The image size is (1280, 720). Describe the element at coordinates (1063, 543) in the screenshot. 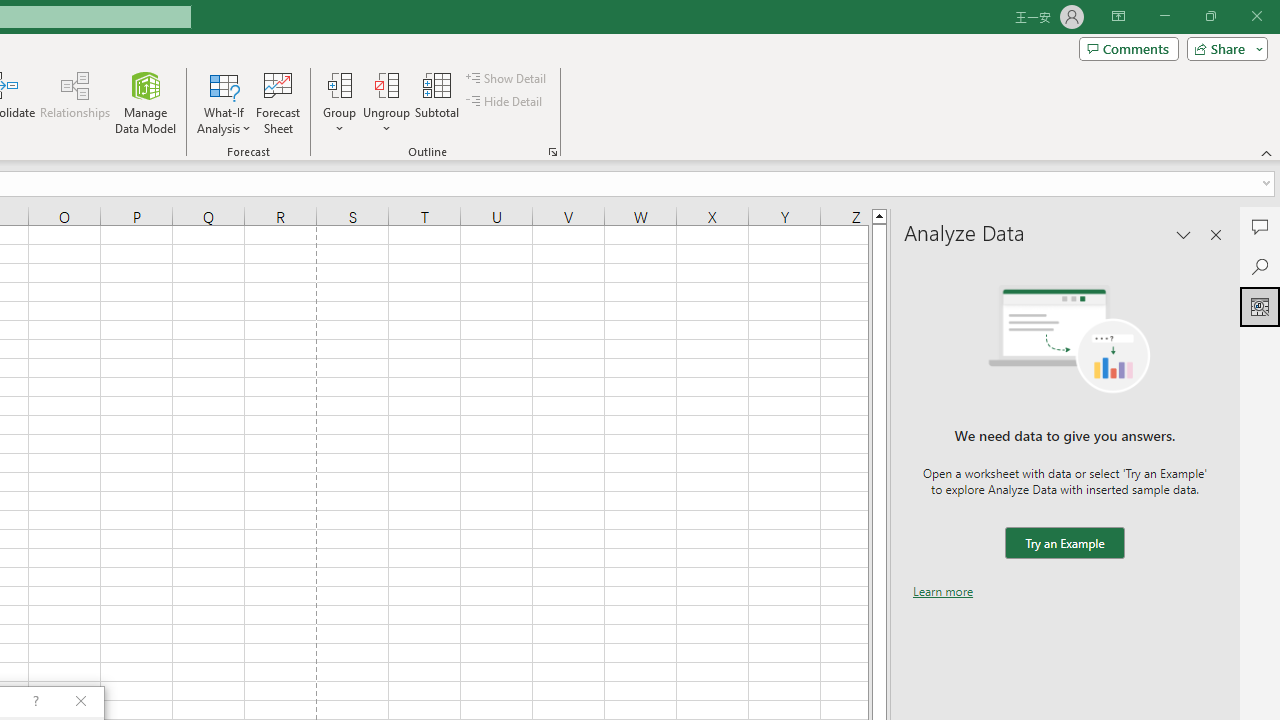

I see `'We need data to give you answers. Try an Example'` at that location.